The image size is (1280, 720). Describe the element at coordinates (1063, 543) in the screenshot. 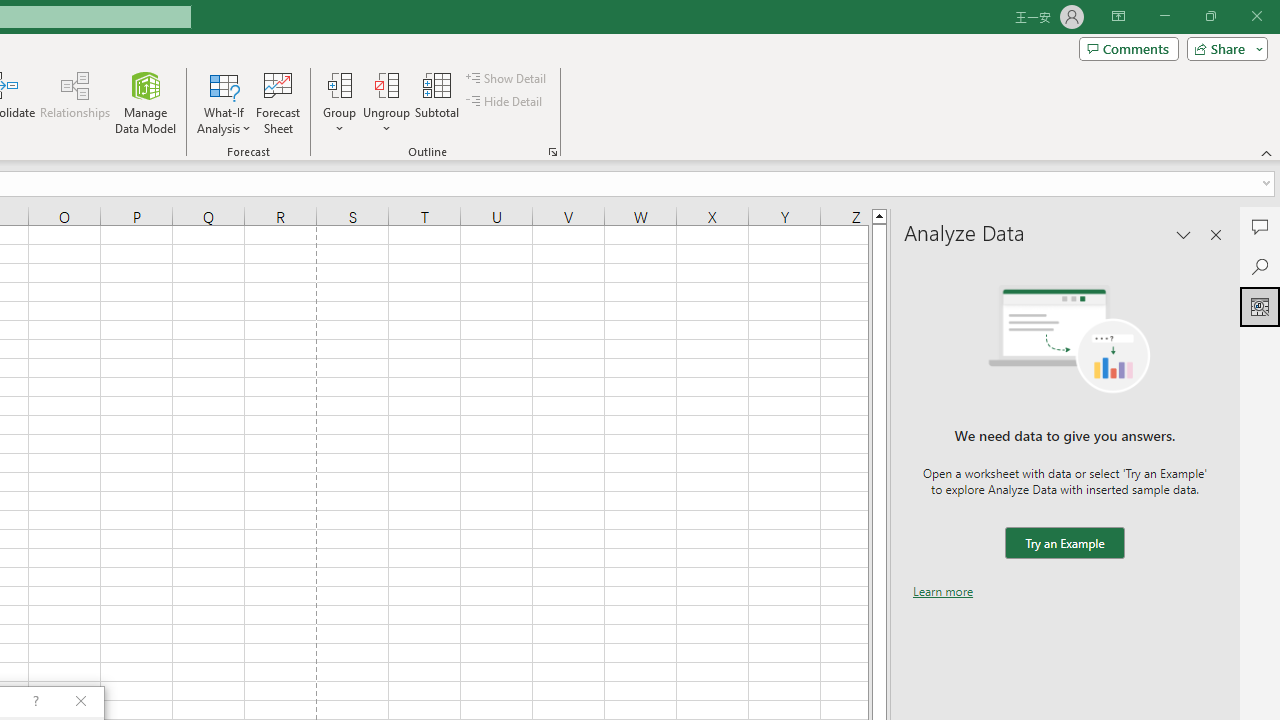

I see `'We need data to give you answers. Try an Example'` at that location.